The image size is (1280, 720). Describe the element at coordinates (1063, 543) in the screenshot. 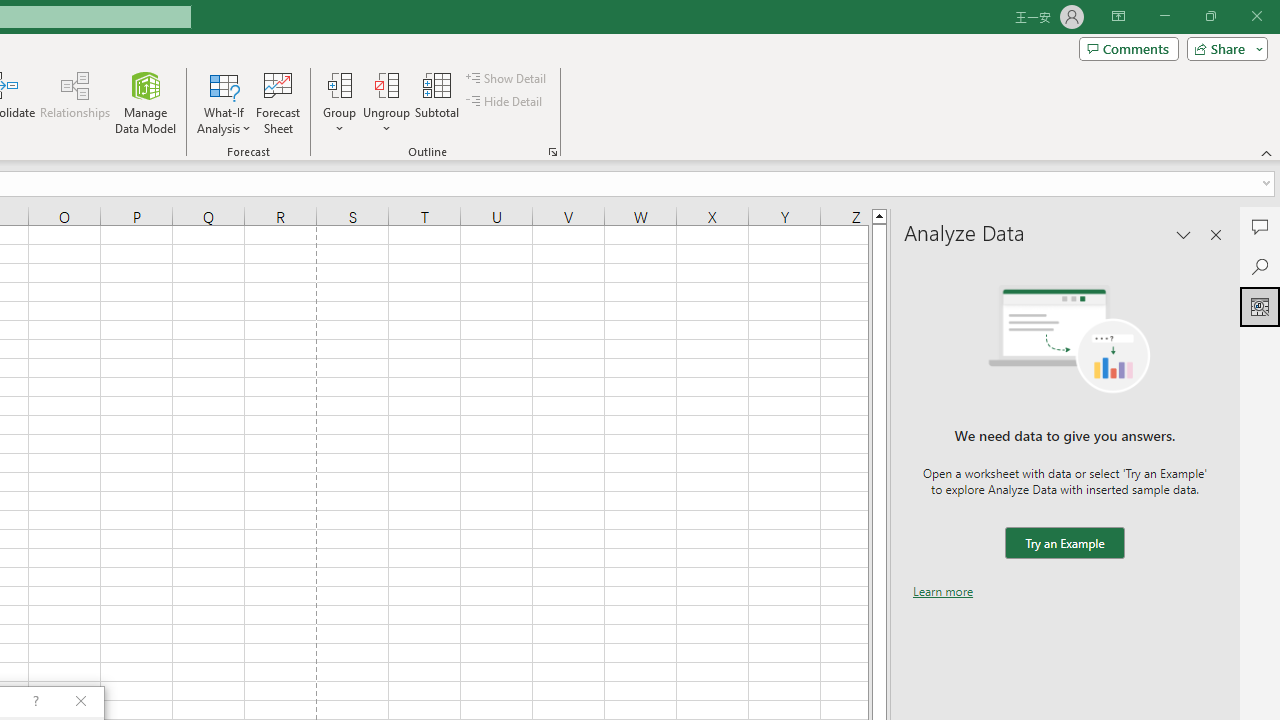

I see `'We need data to give you answers. Try an Example'` at that location.